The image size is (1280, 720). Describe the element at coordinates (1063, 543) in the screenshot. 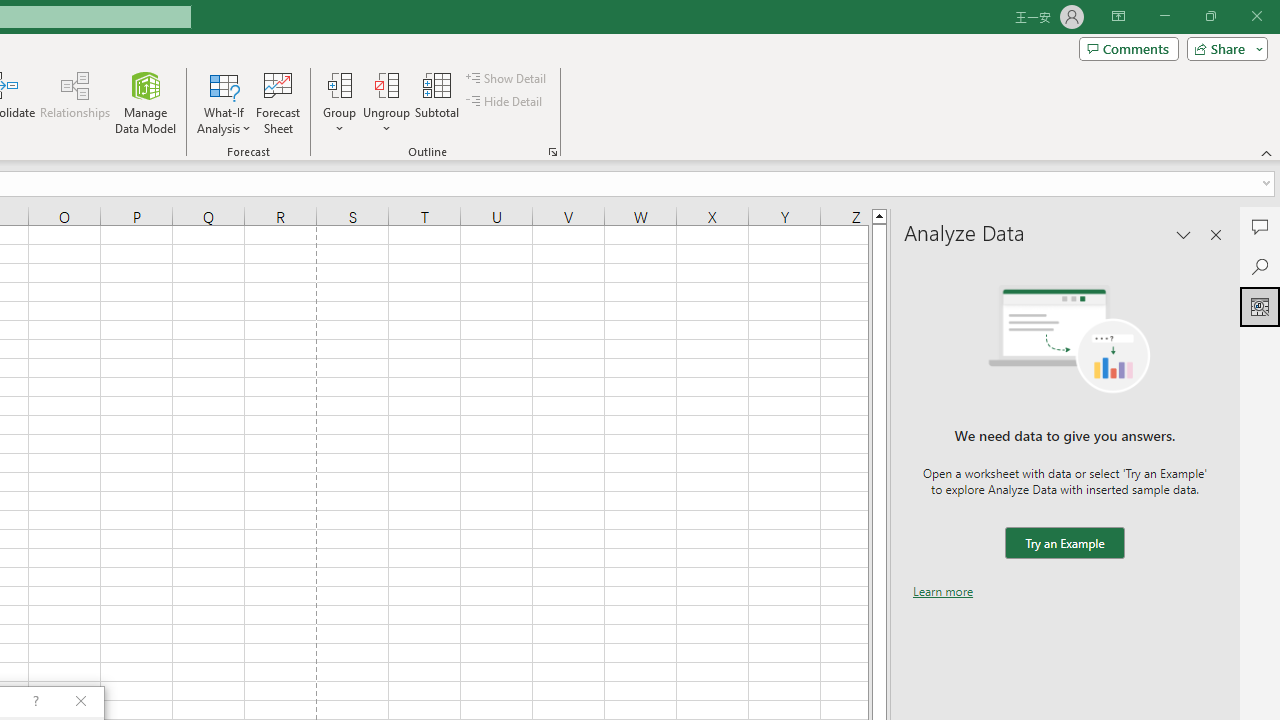

I see `'We need data to give you answers. Try an Example'` at that location.